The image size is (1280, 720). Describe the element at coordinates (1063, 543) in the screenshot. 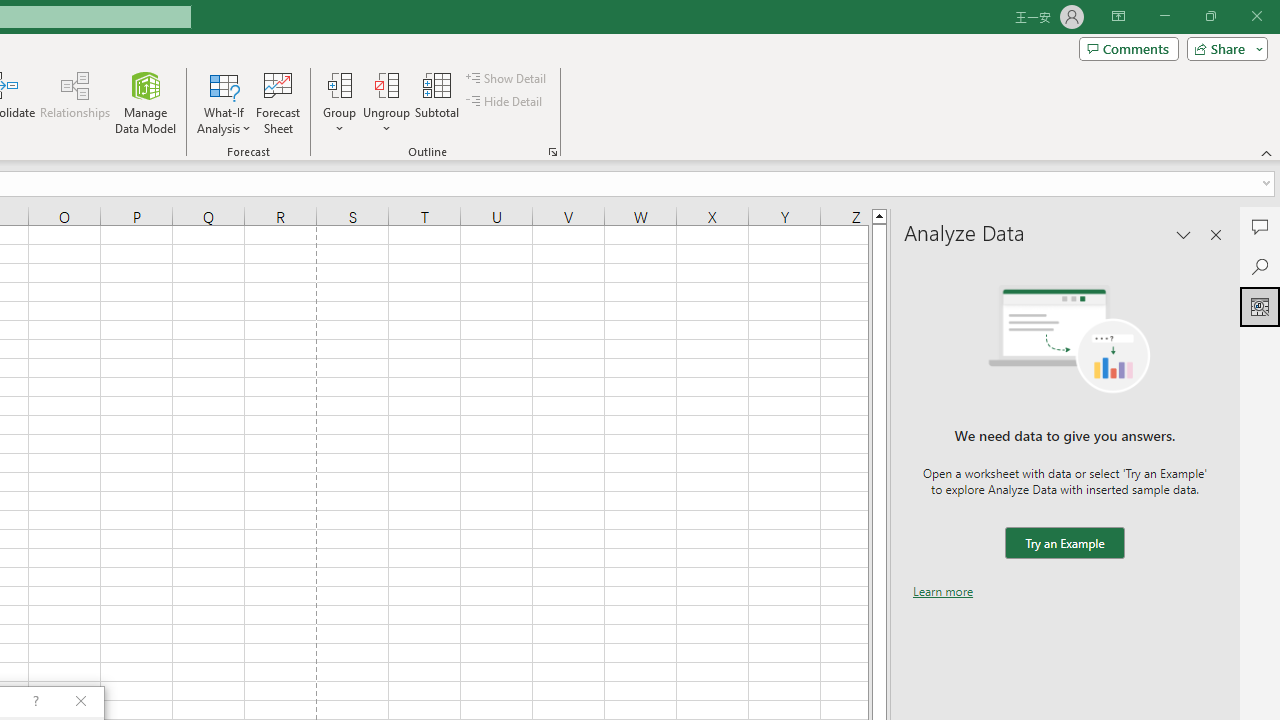

I see `'We need data to give you answers. Try an Example'` at that location.